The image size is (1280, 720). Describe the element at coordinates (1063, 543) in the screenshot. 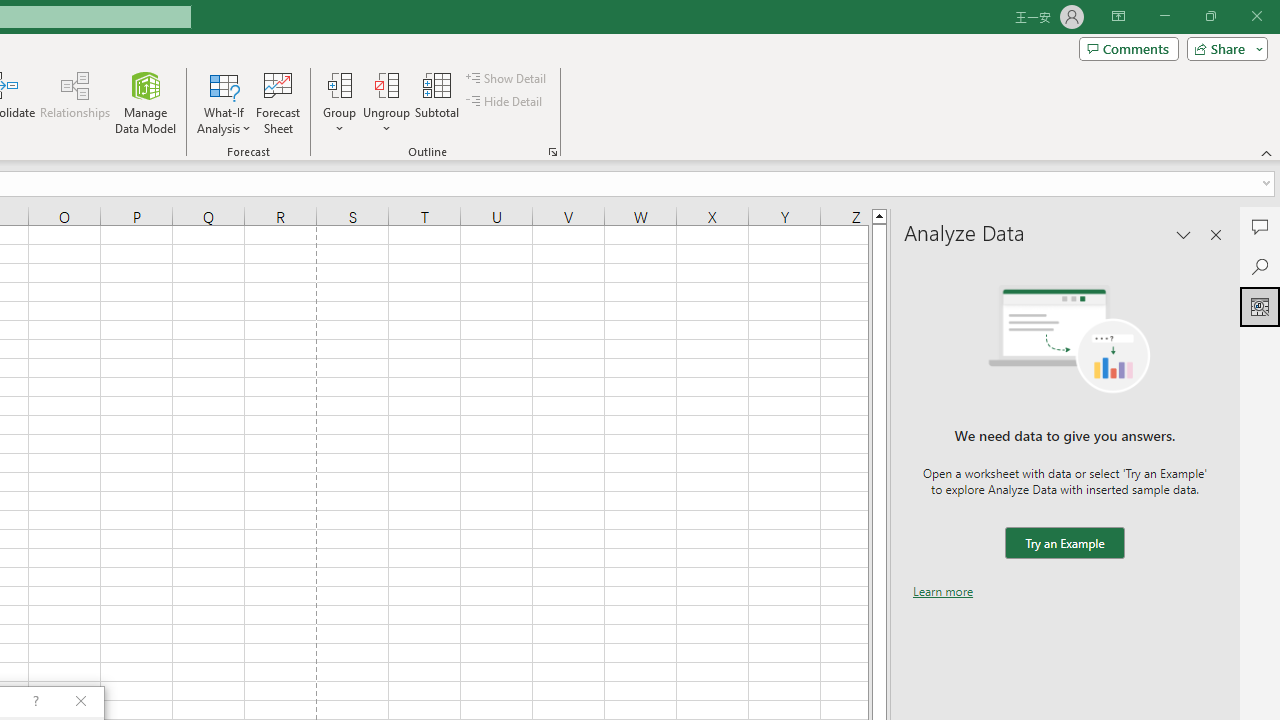

I see `'We need data to give you answers. Try an Example'` at that location.